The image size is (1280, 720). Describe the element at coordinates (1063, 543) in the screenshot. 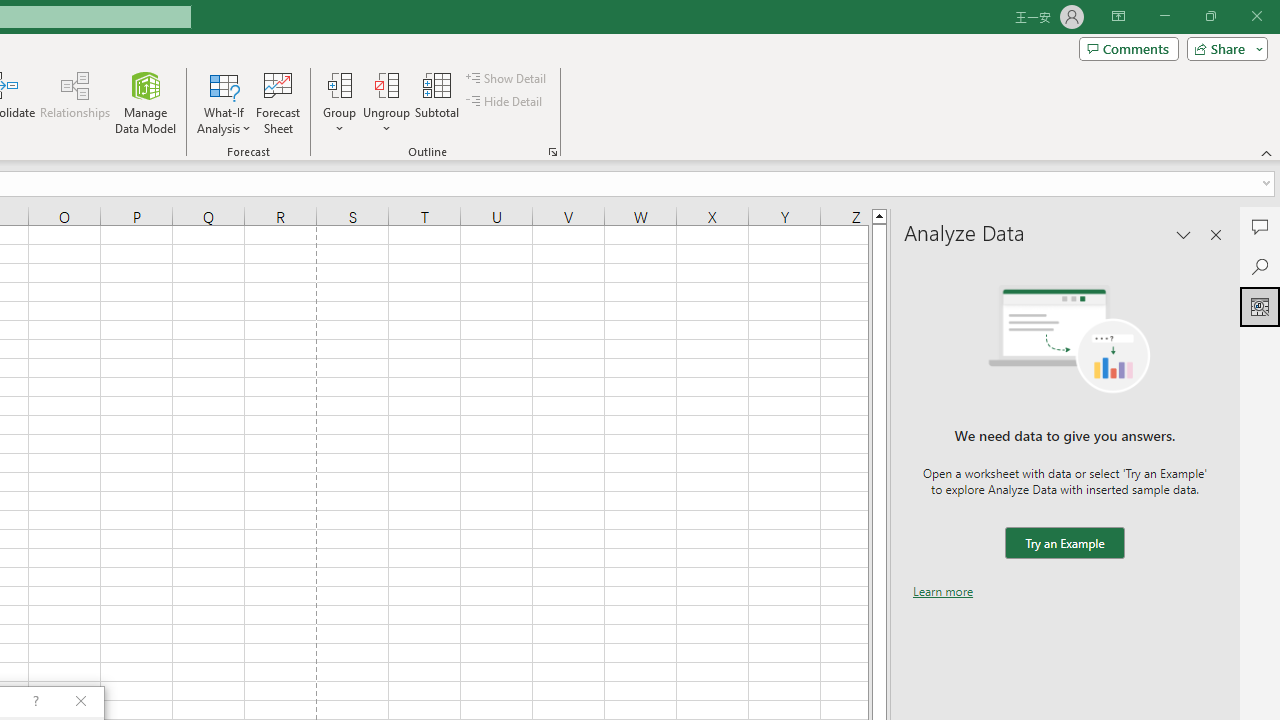

I see `'We need data to give you answers. Try an Example'` at that location.